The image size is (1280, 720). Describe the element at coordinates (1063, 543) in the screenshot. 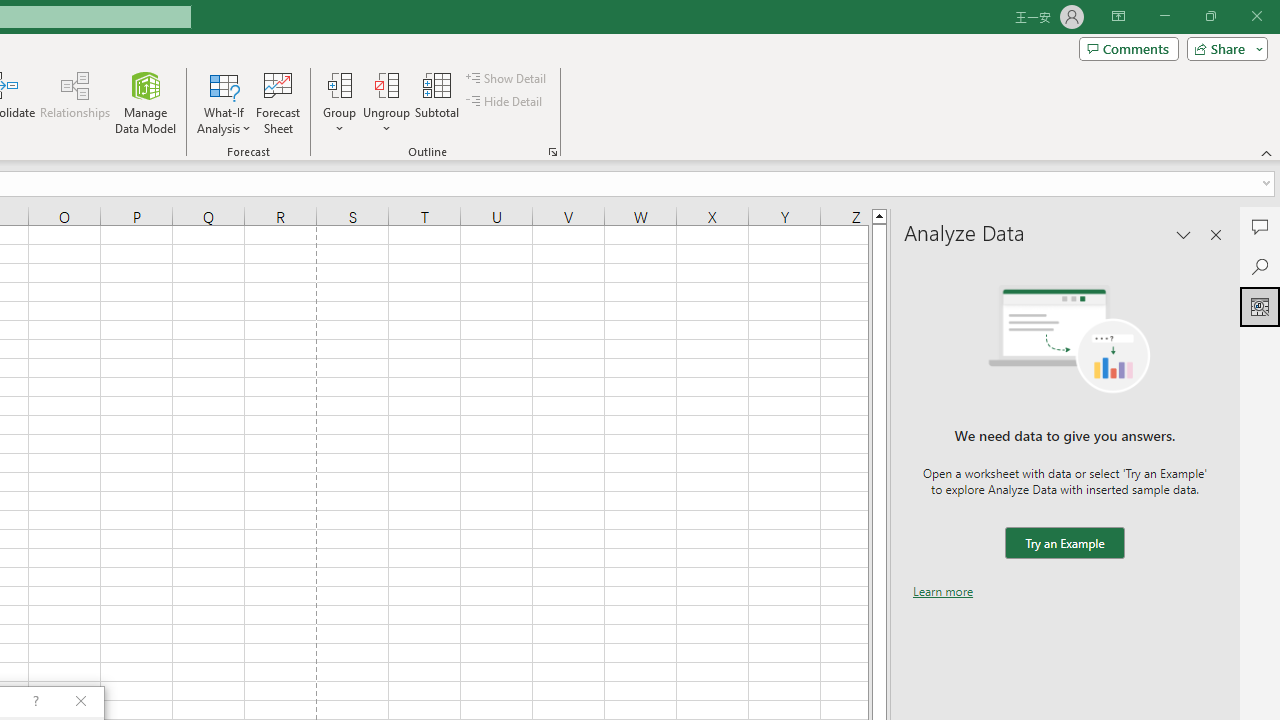

I see `'We need data to give you answers. Try an Example'` at that location.